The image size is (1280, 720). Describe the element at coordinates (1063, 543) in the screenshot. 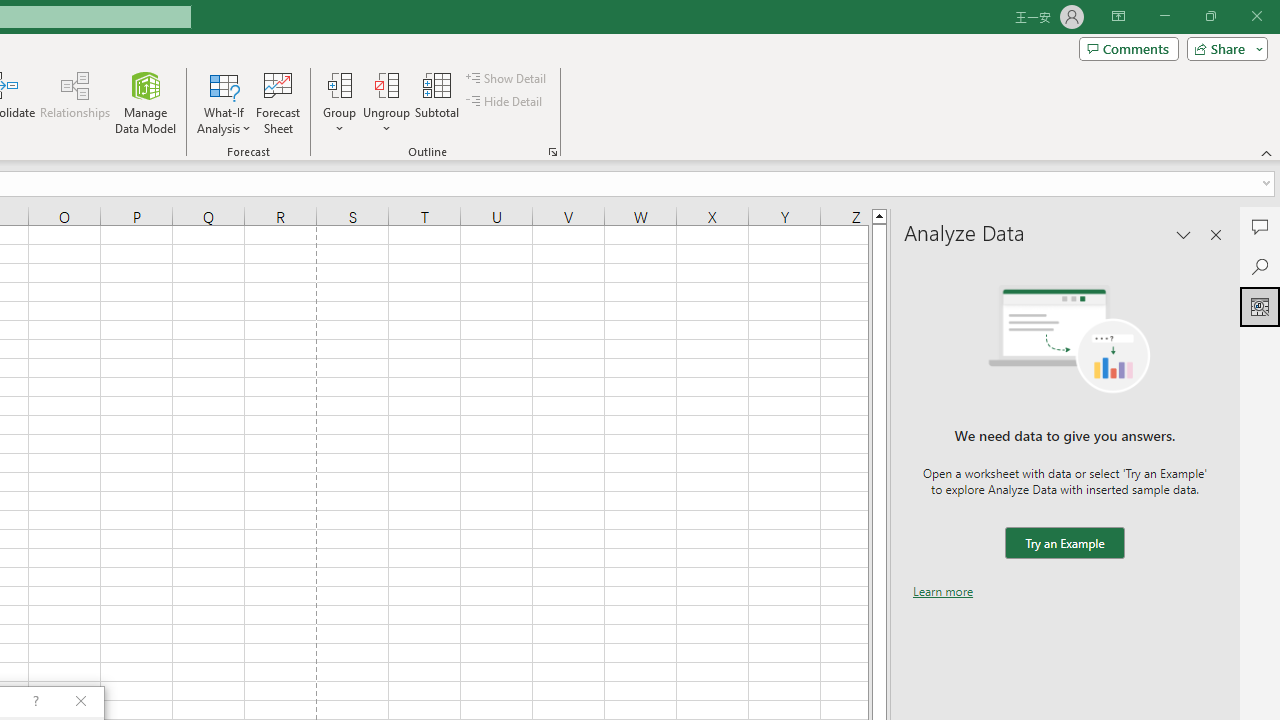

I see `'We need data to give you answers. Try an Example'` at that location.